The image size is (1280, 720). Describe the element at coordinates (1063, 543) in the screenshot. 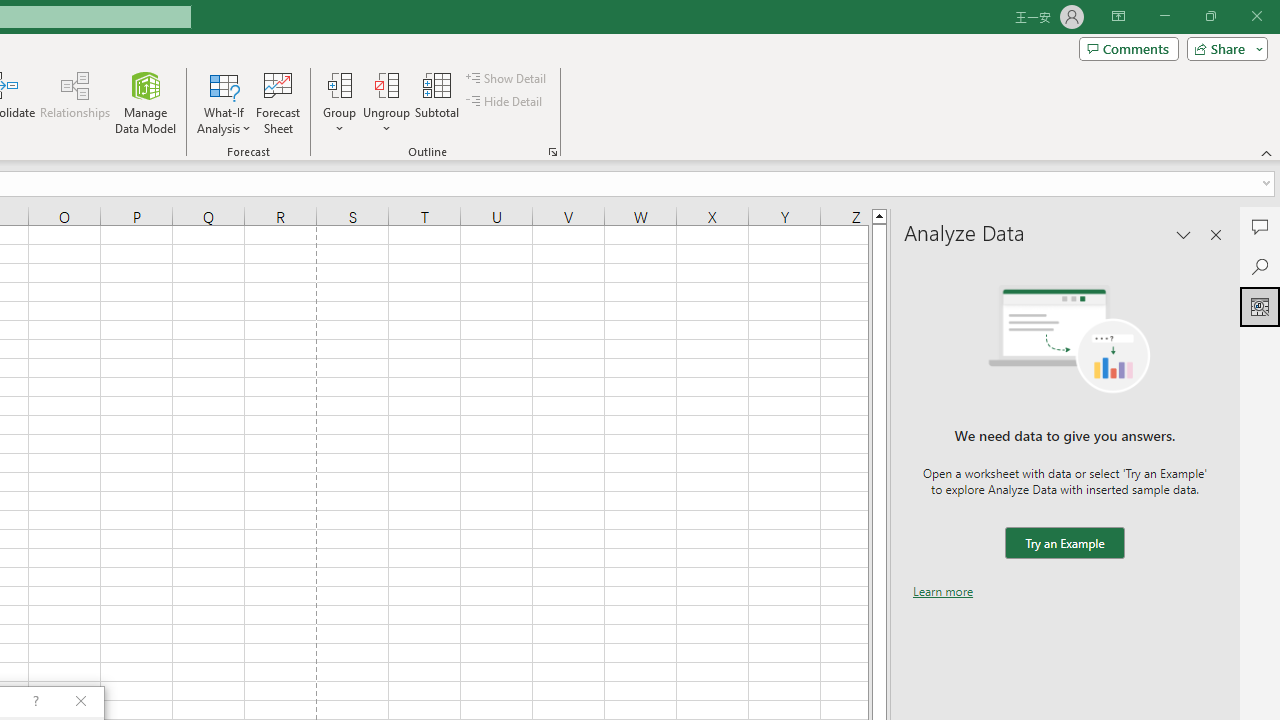

I see `'We need data to give you answers. Try an Example'` at that location.